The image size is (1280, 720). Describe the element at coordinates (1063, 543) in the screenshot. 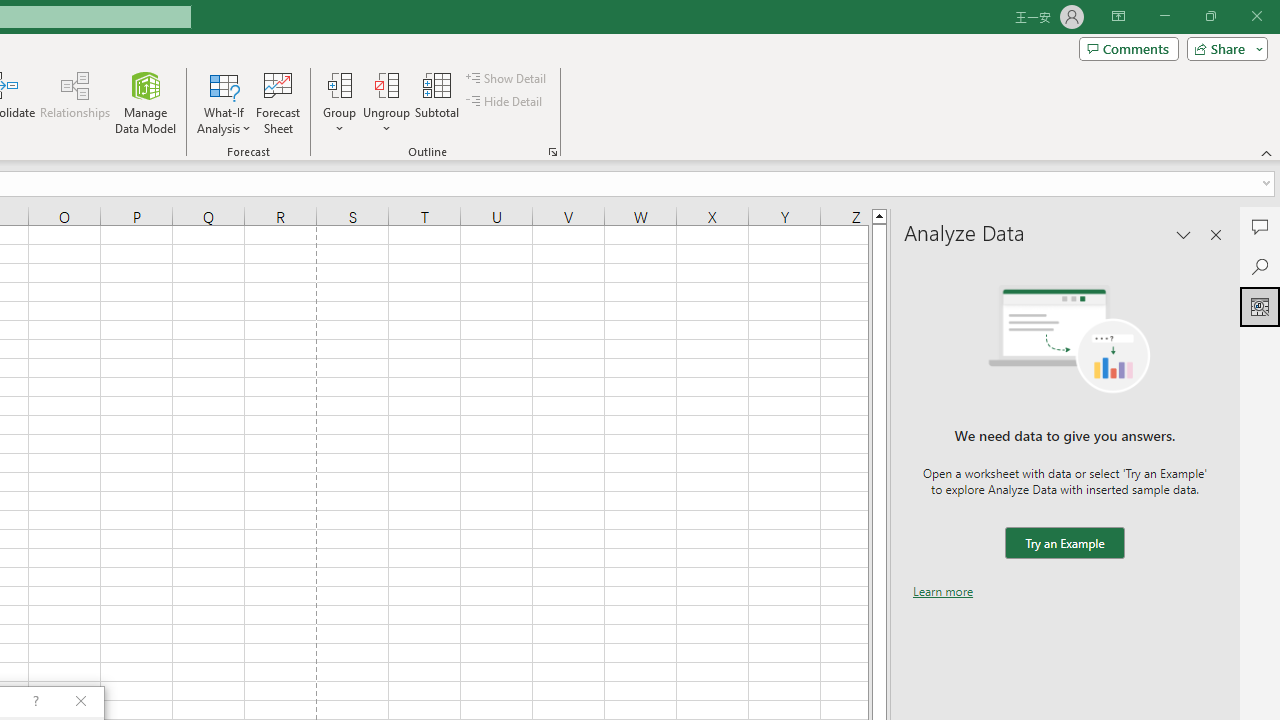

I see `'We need data to give you answers. Try an Example'` at that location.